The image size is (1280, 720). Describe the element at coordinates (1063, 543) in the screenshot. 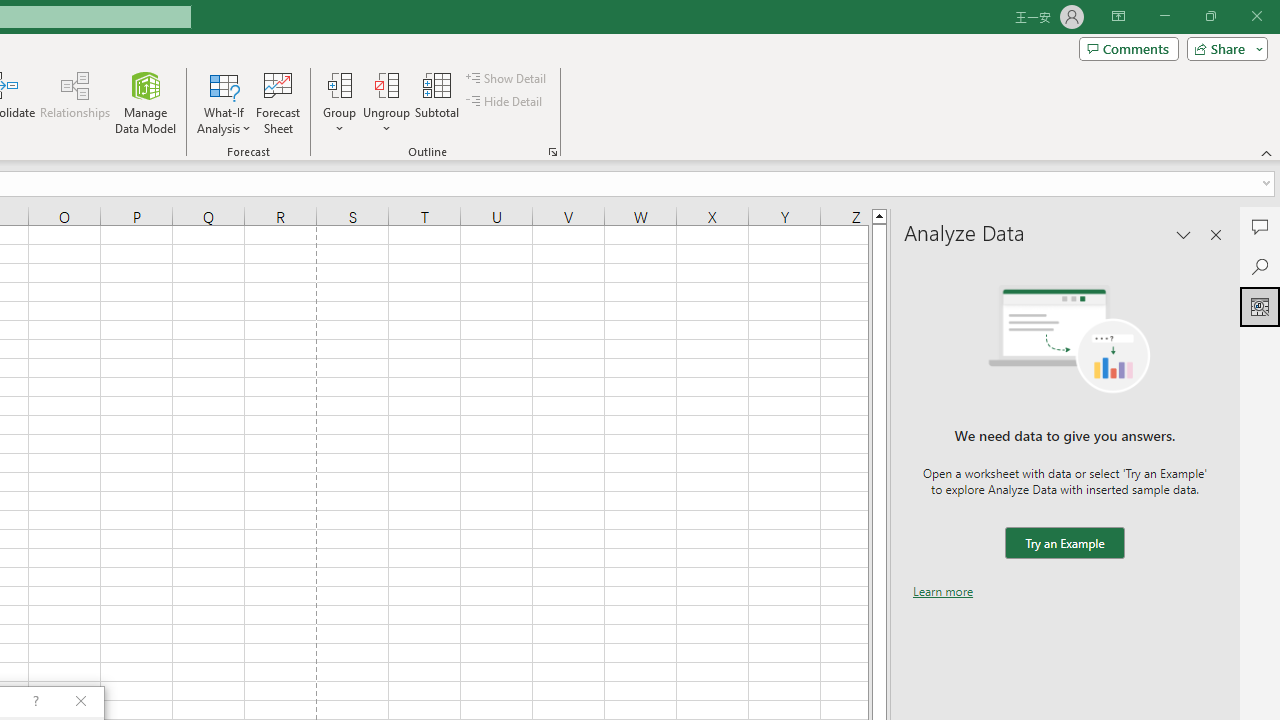

I see `'We need data to give you answers. Try an Example'` at that location.